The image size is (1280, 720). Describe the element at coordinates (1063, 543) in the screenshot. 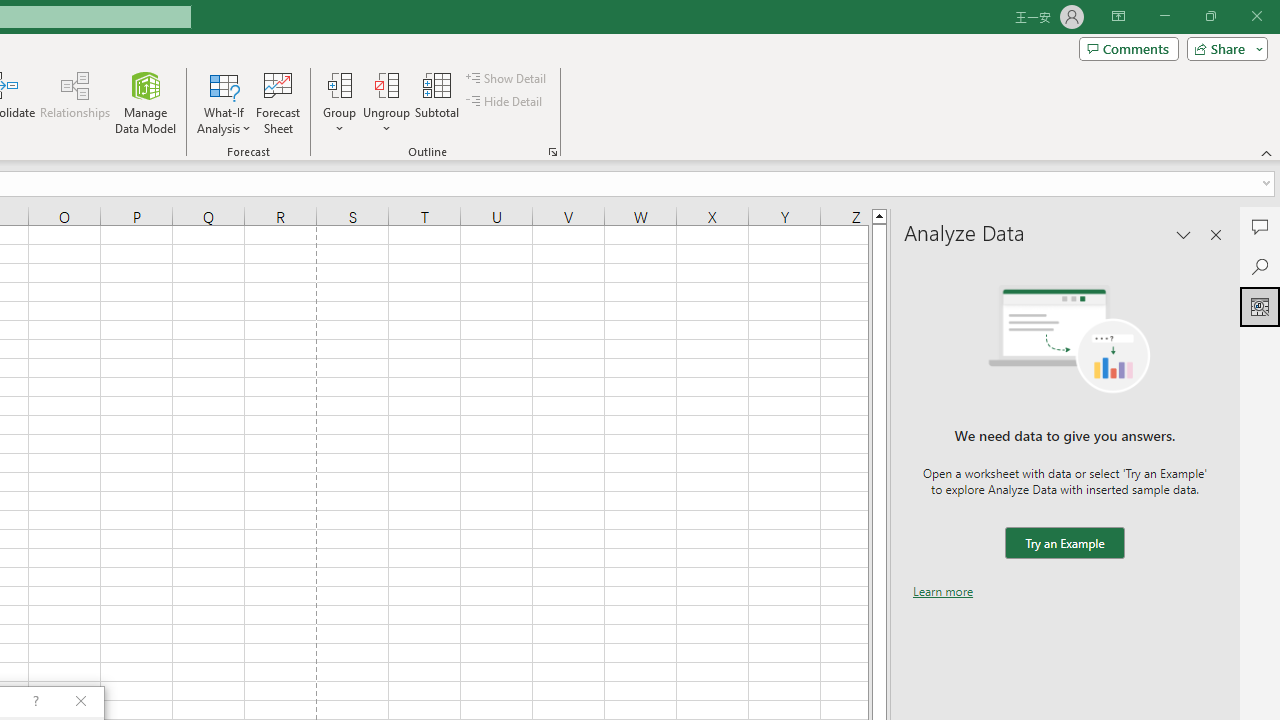

I see `'We need data to give you answers. Try an Example'` at that location.